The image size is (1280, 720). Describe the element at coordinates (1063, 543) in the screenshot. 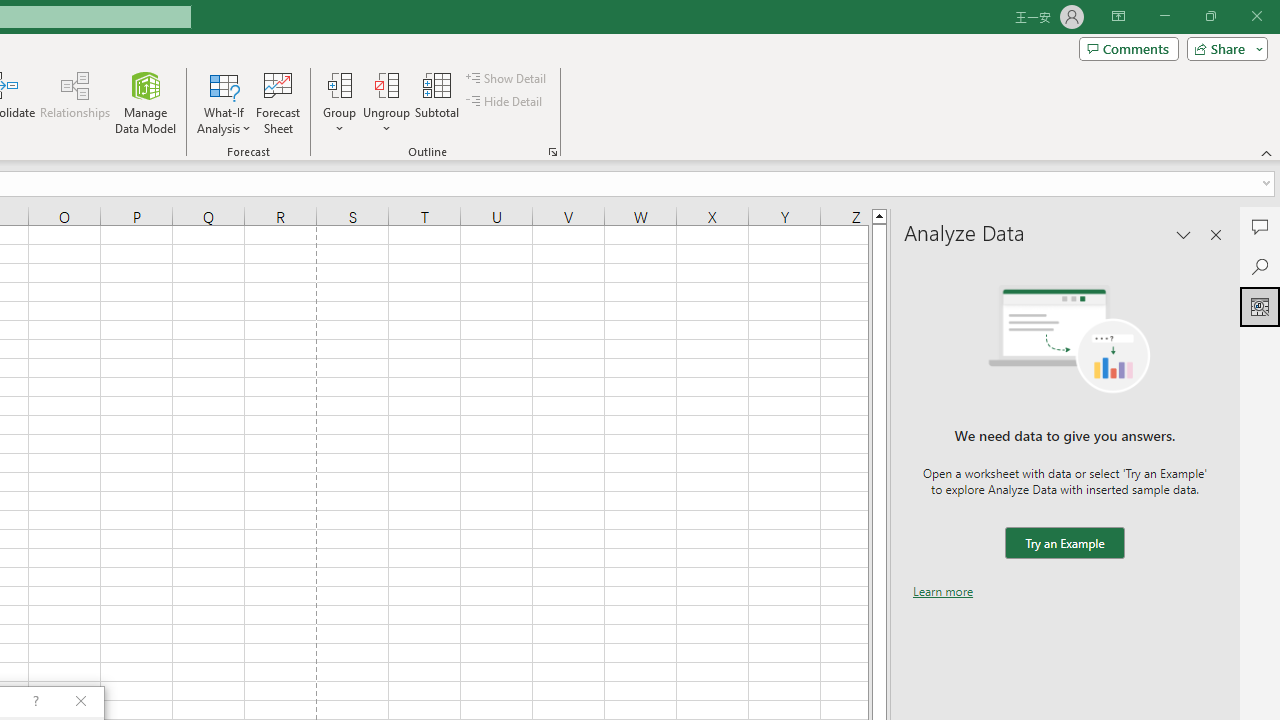

I see `'We need data to give you answers. Try an Example'` at that location.